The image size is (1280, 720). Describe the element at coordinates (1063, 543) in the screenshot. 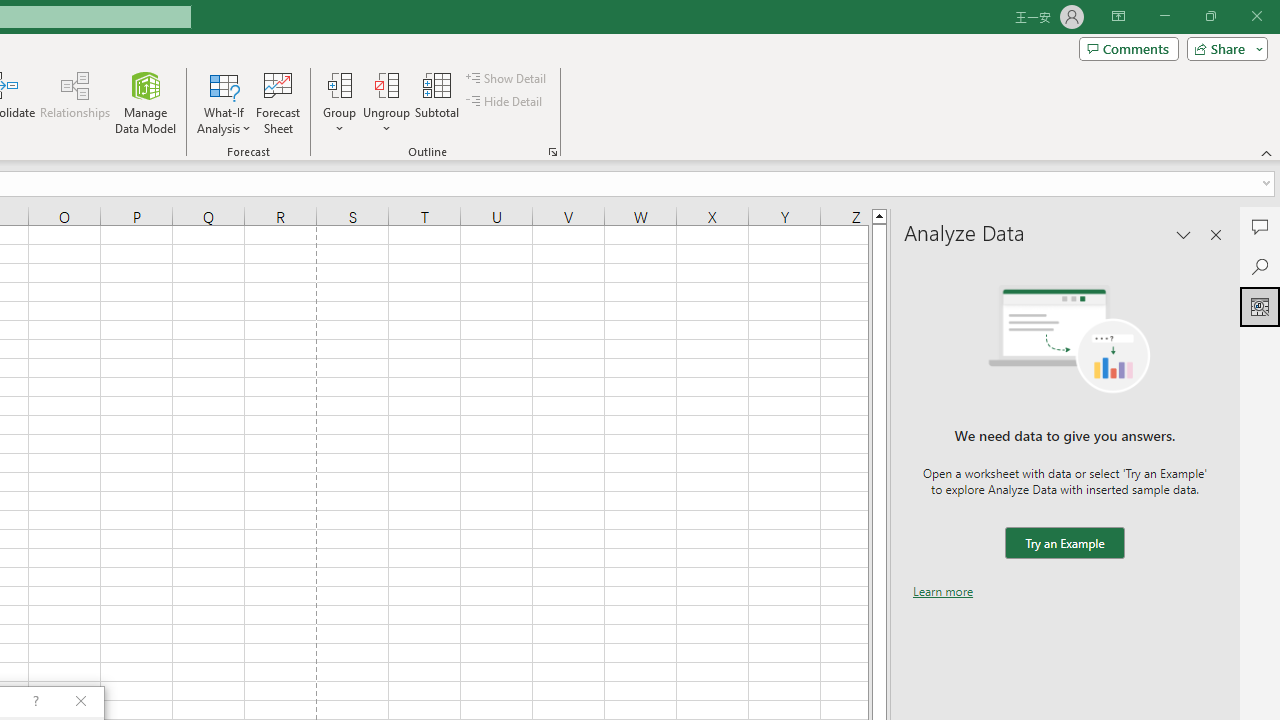

I see `'We need data to give you answers. Try an Example'` at that location.